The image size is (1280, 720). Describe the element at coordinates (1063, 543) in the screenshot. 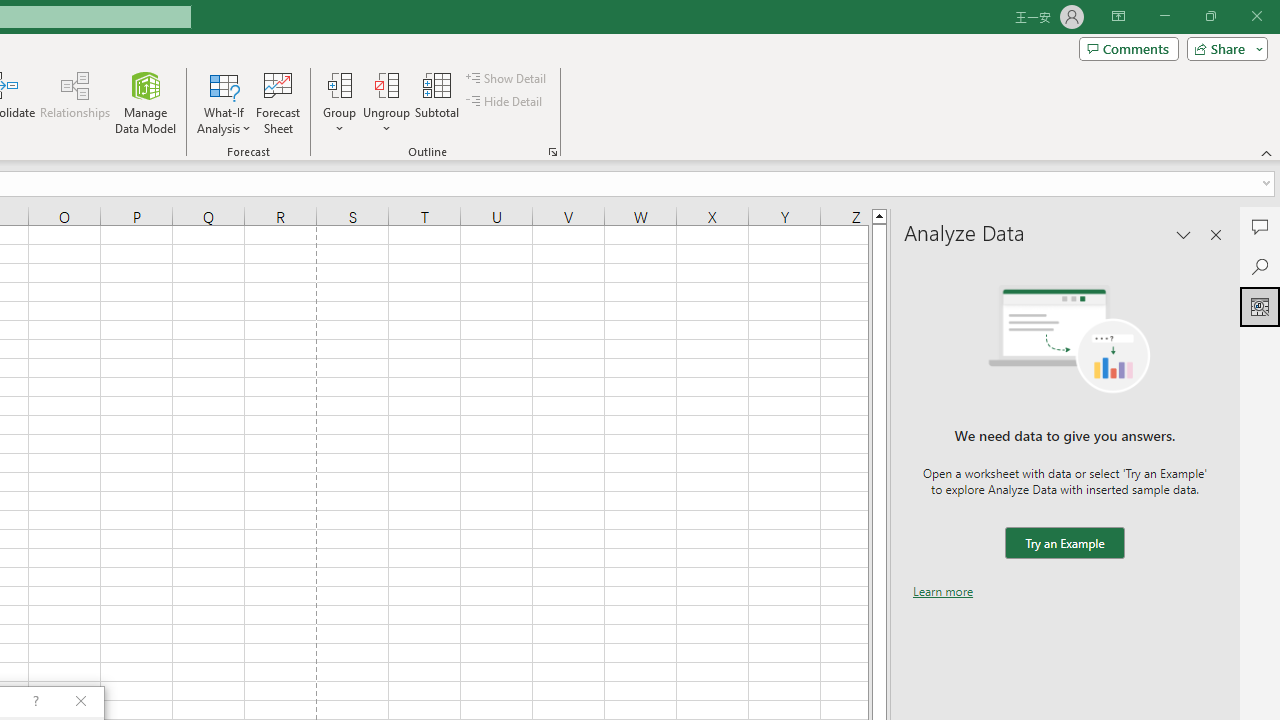

I see `'We need data to give you answers. Try an Example'` at that location.